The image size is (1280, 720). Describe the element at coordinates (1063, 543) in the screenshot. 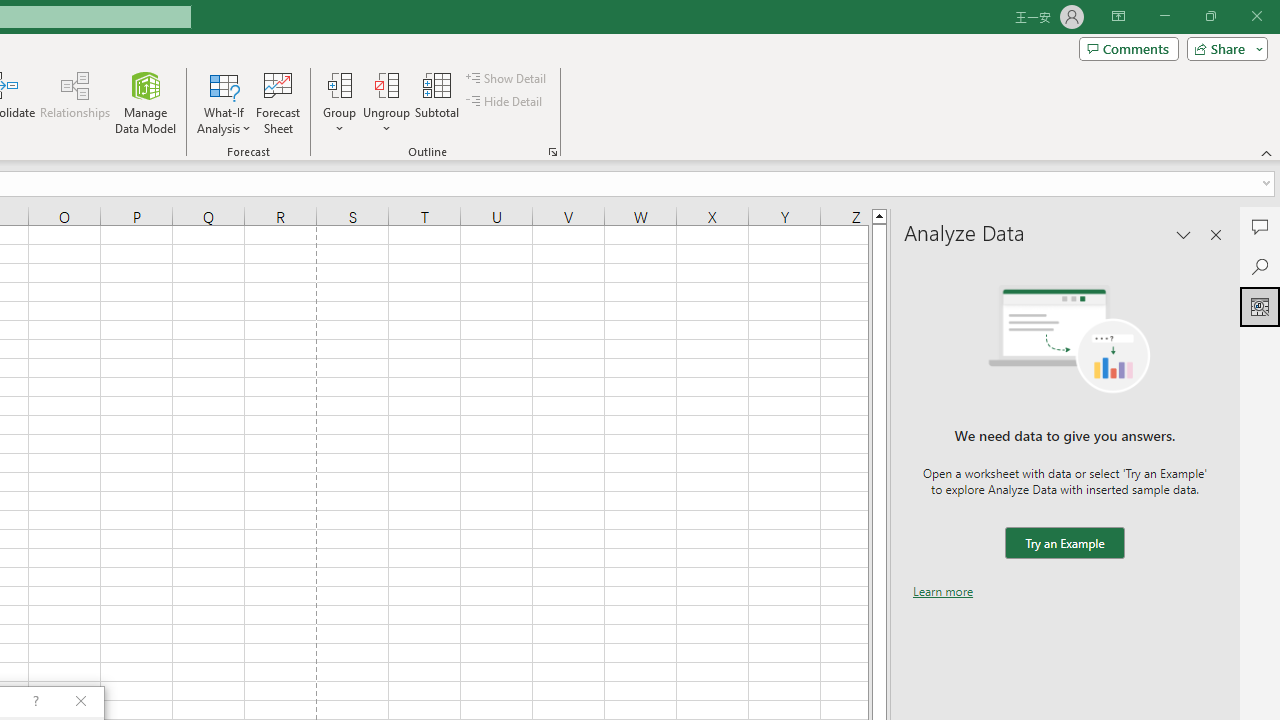

I see `'We need data to give you answers. Try an Example'` at that location.